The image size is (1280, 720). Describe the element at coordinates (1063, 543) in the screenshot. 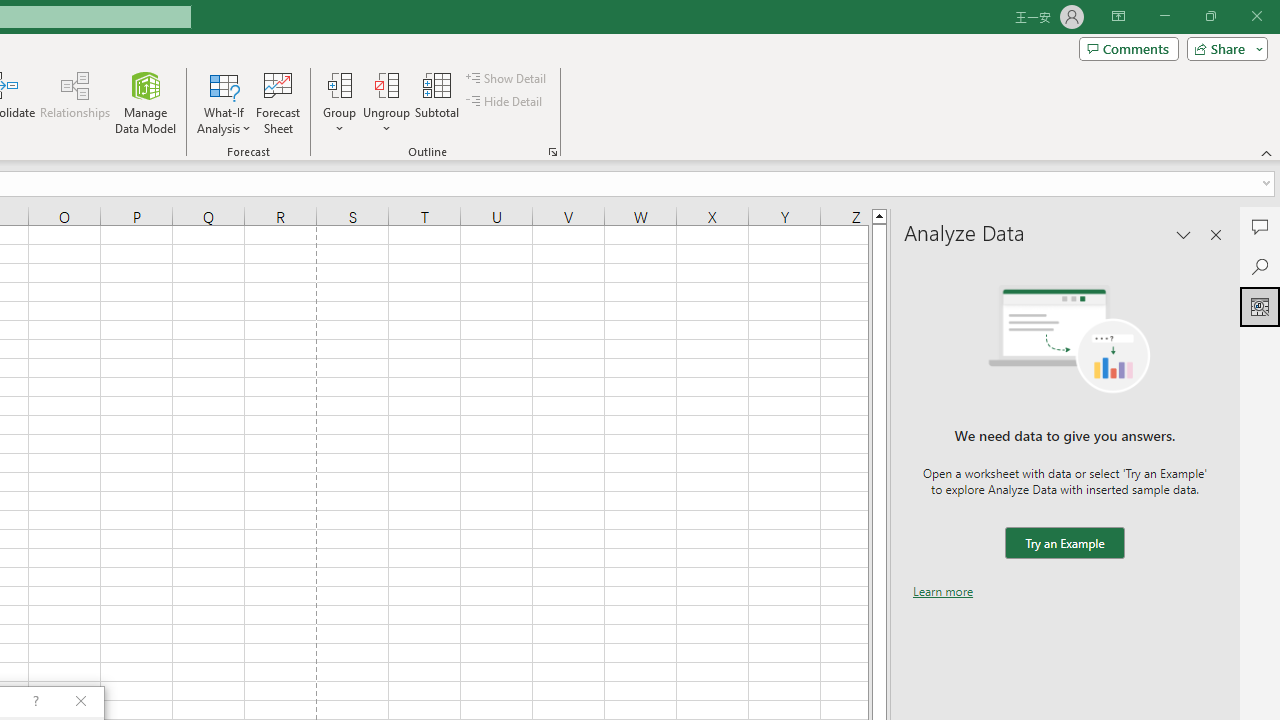

I see `'We need data to give you answers. Try an Example'` at that location.